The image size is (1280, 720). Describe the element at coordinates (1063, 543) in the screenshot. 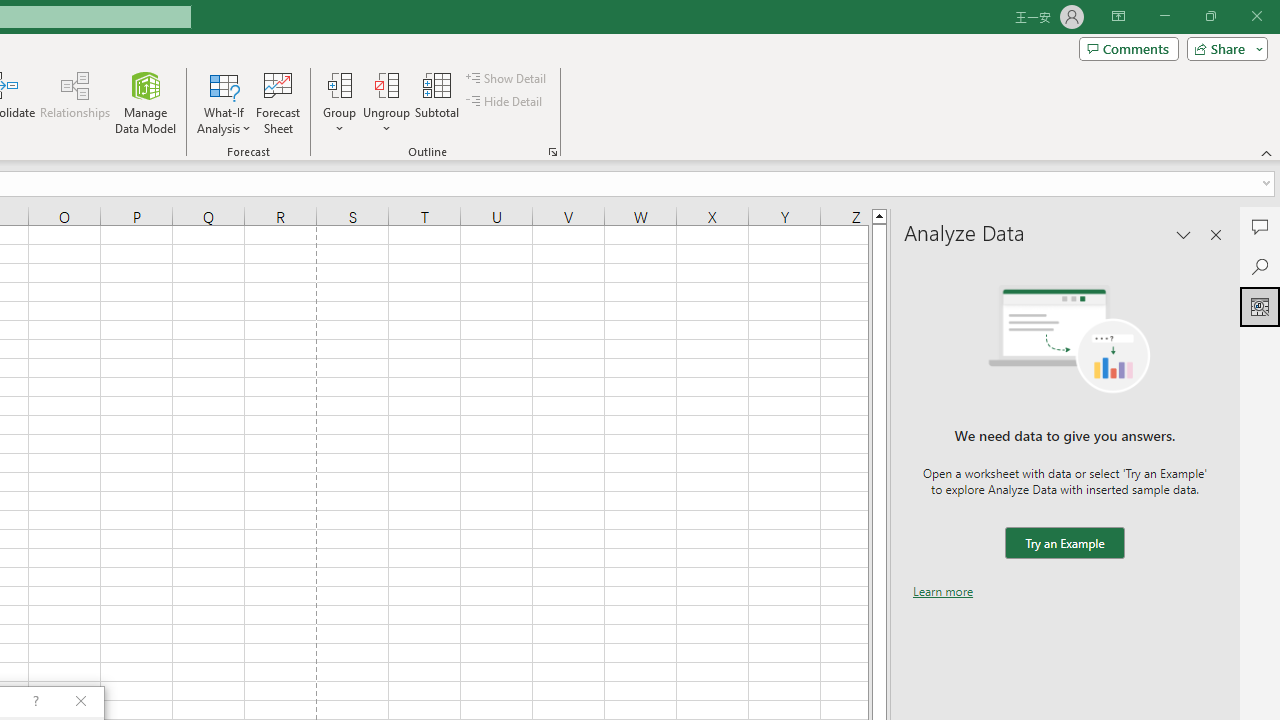

I see `'We need data to give you answers. Try an Example'` at that location.